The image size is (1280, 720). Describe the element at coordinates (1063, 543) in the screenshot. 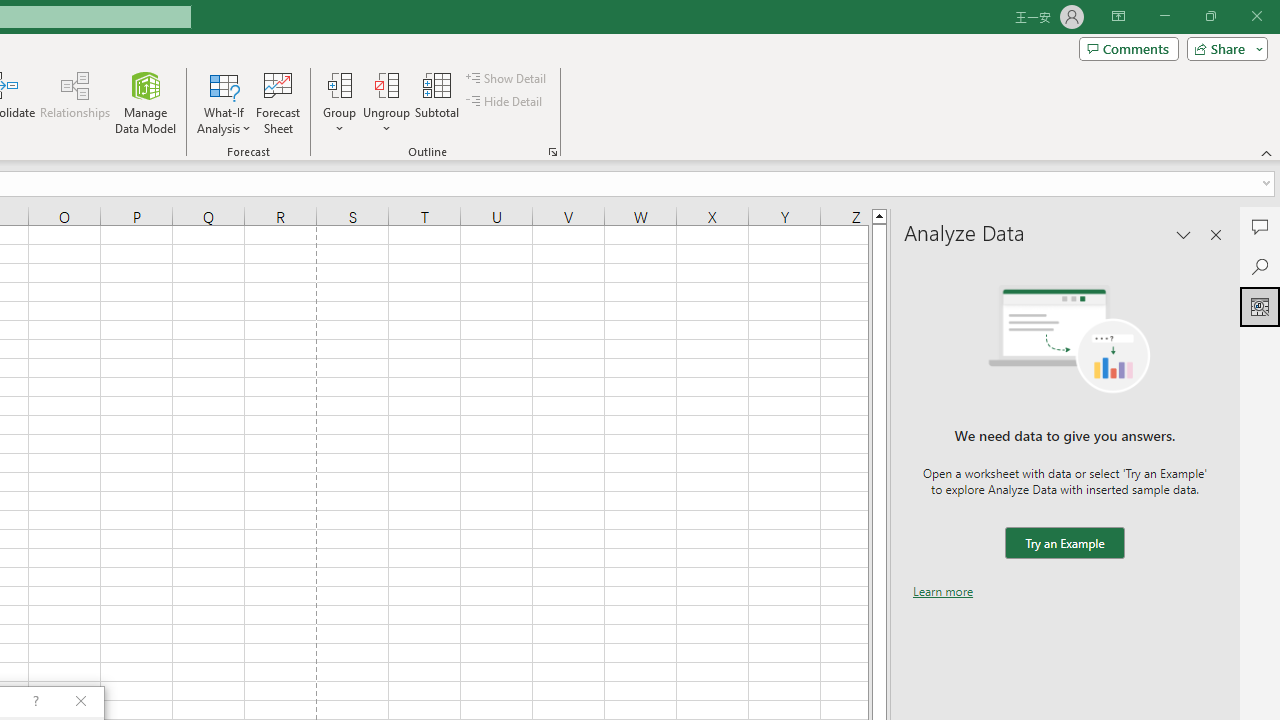

I see `'We need data to give you answers. Try an Example'` at that location.